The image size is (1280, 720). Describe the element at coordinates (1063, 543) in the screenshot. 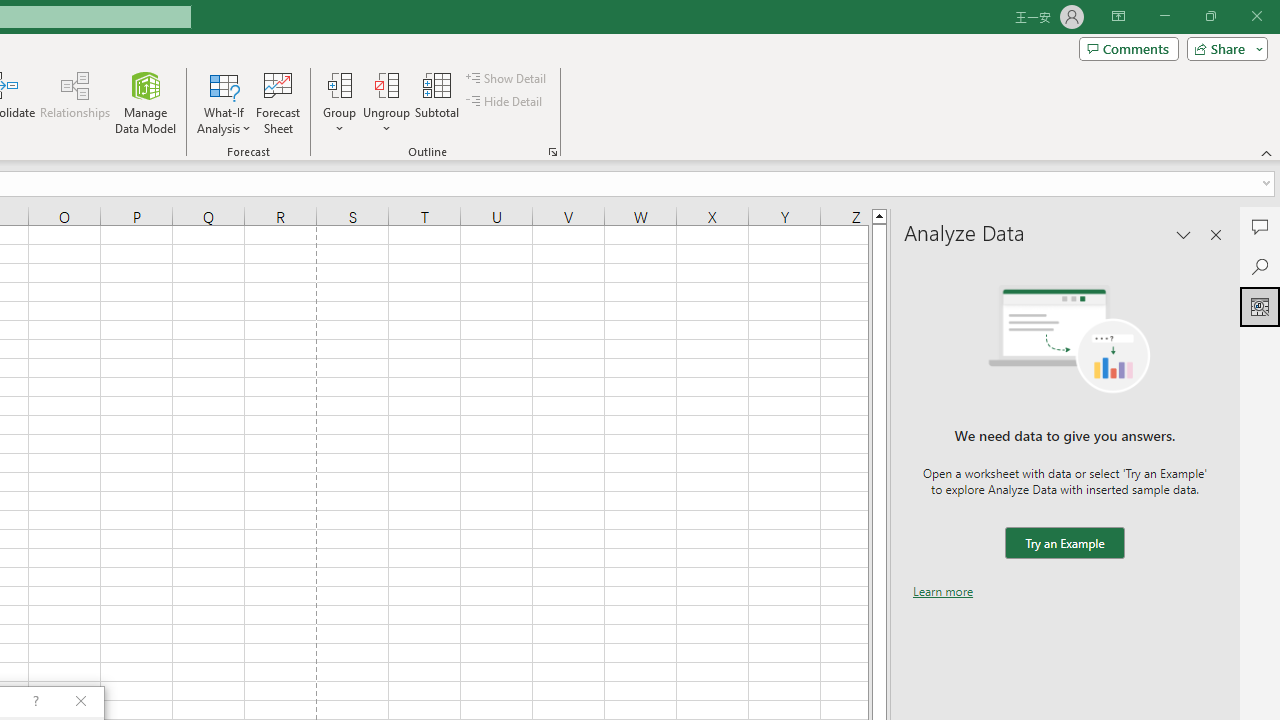

I see `'We need data to give you answers. Try an Example'` at that location.